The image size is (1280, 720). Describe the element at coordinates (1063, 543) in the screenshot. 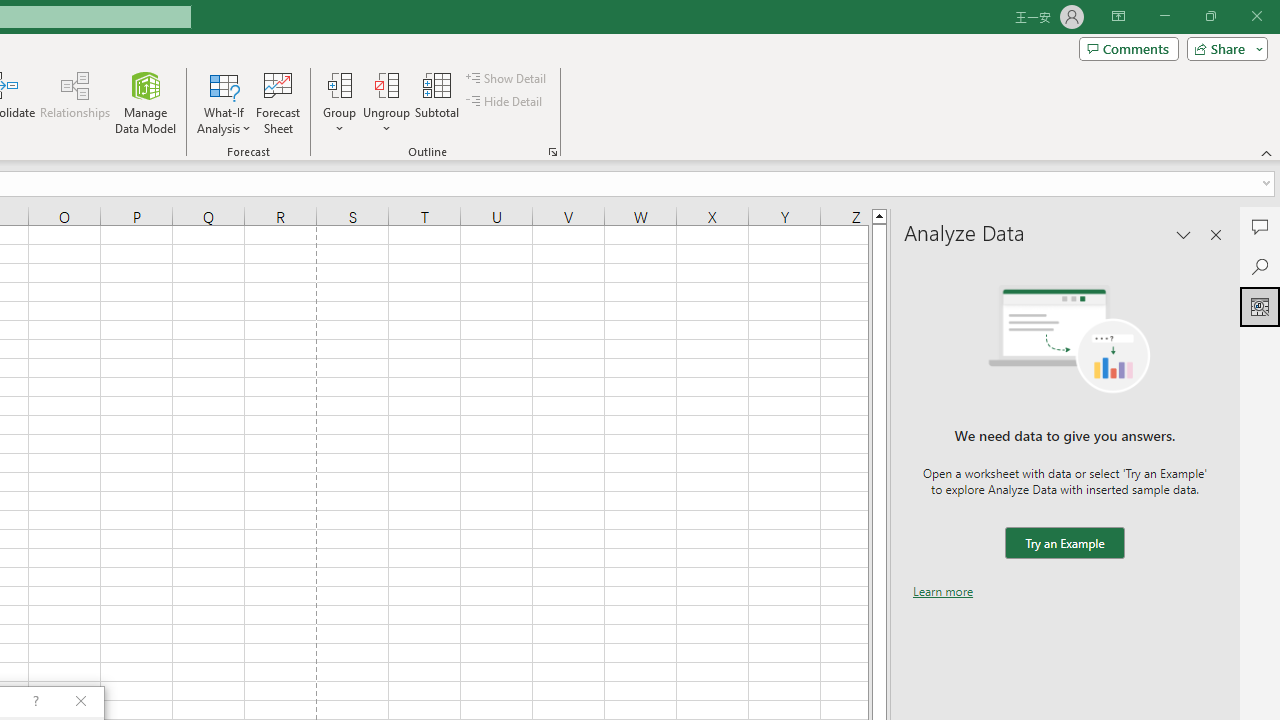

I see `'We need data to give you answers. Try an Example'` at that location.